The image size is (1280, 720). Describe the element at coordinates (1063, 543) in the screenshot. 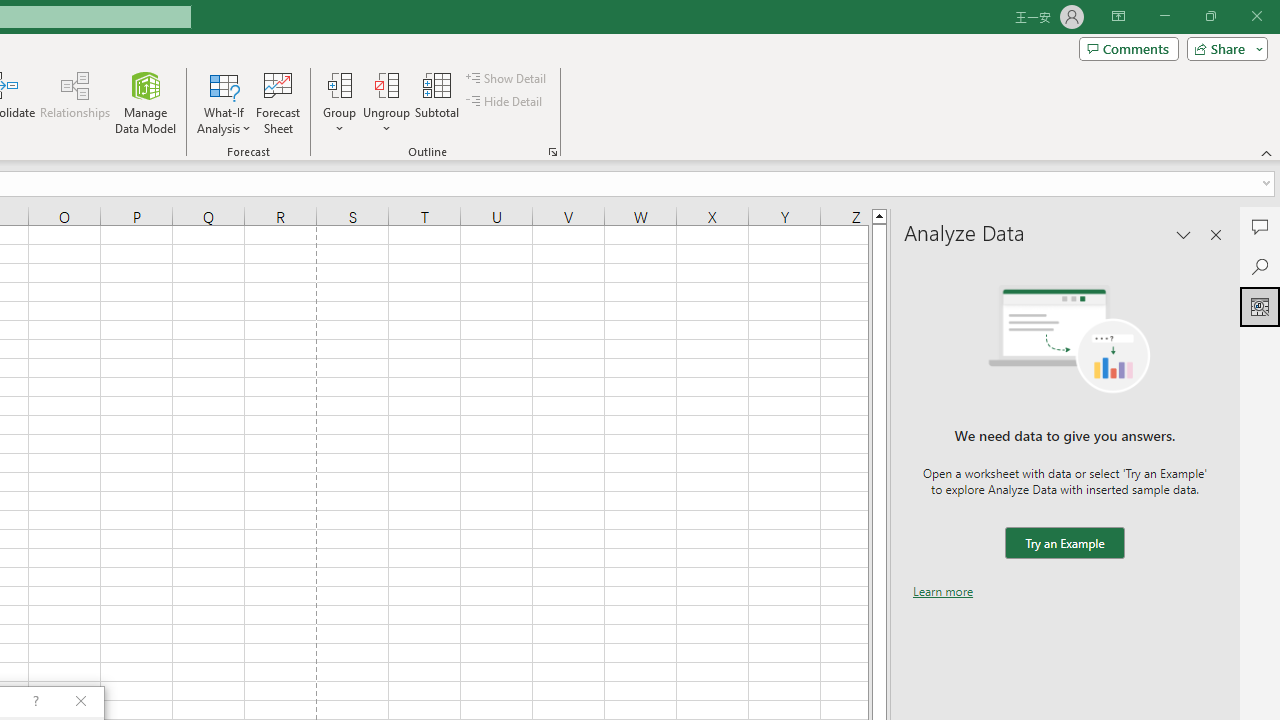

I see `'We need data to give you answers. Try an Example'` at that location.